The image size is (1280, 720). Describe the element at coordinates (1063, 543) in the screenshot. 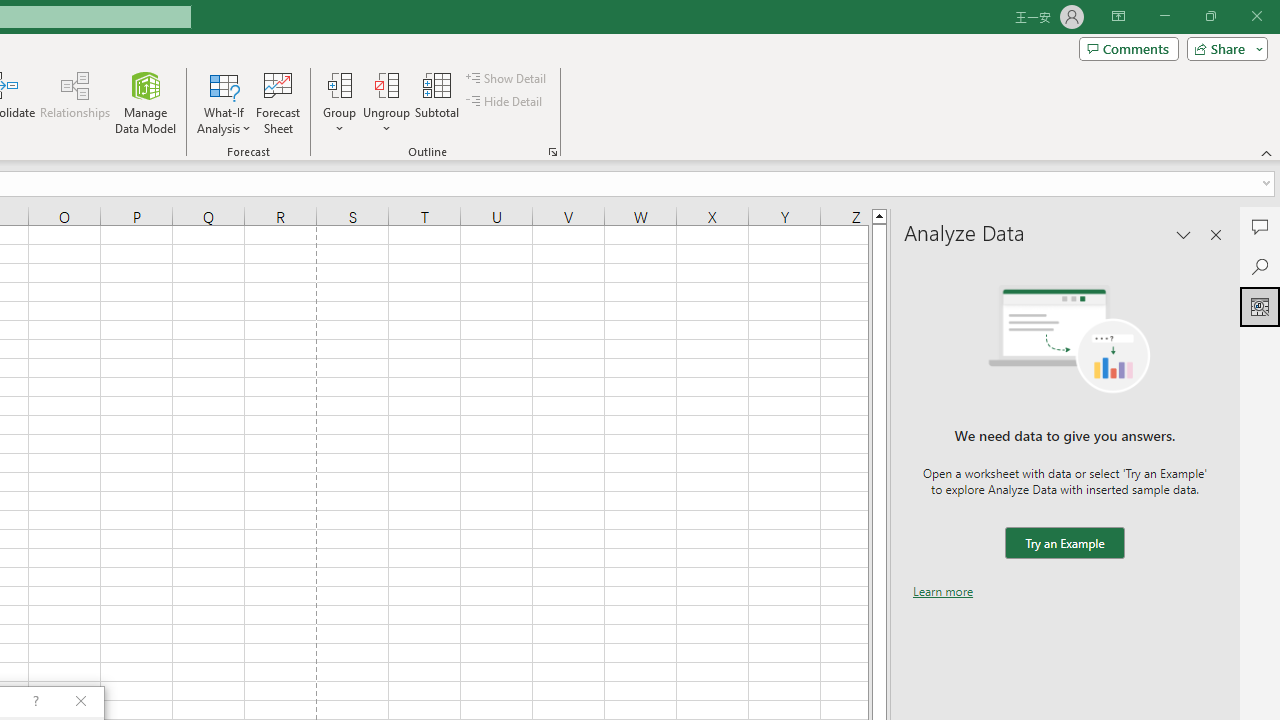

I see `'We need data to give you answers. Try an Example'` at that location.